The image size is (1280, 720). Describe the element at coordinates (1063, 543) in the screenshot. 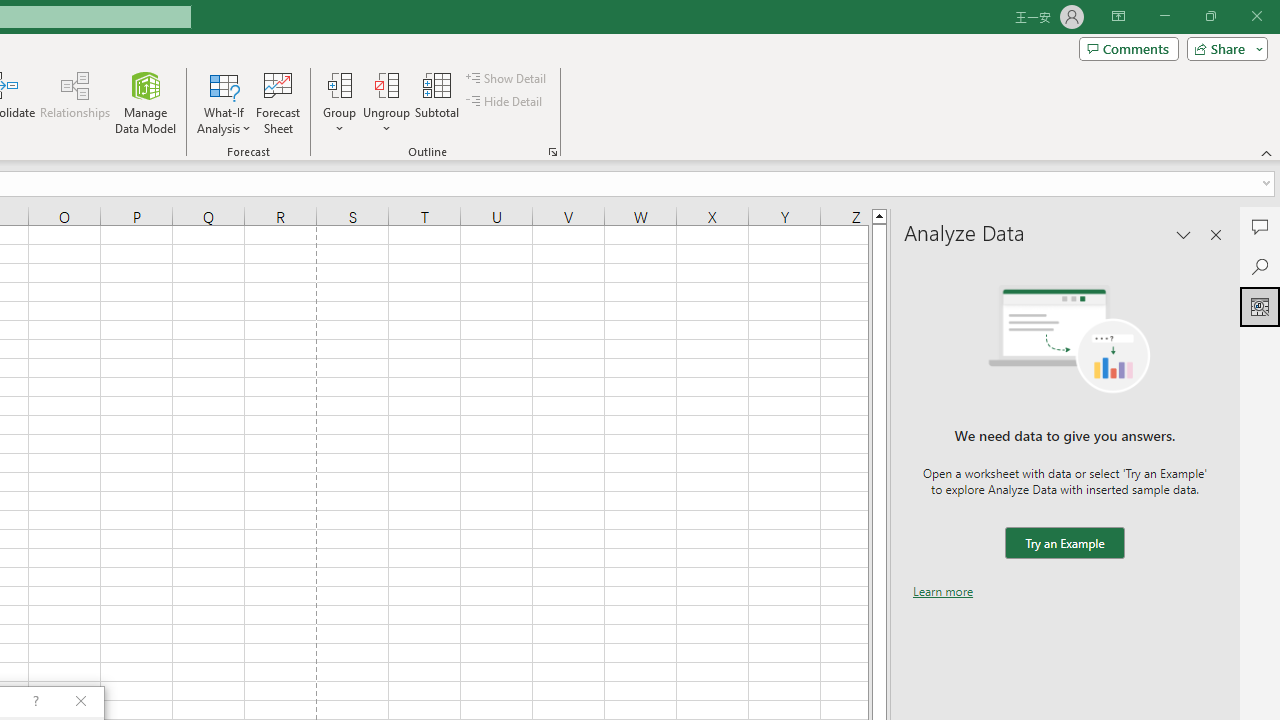

I see `'We need data to give you answers. Try an Example'` at that location.